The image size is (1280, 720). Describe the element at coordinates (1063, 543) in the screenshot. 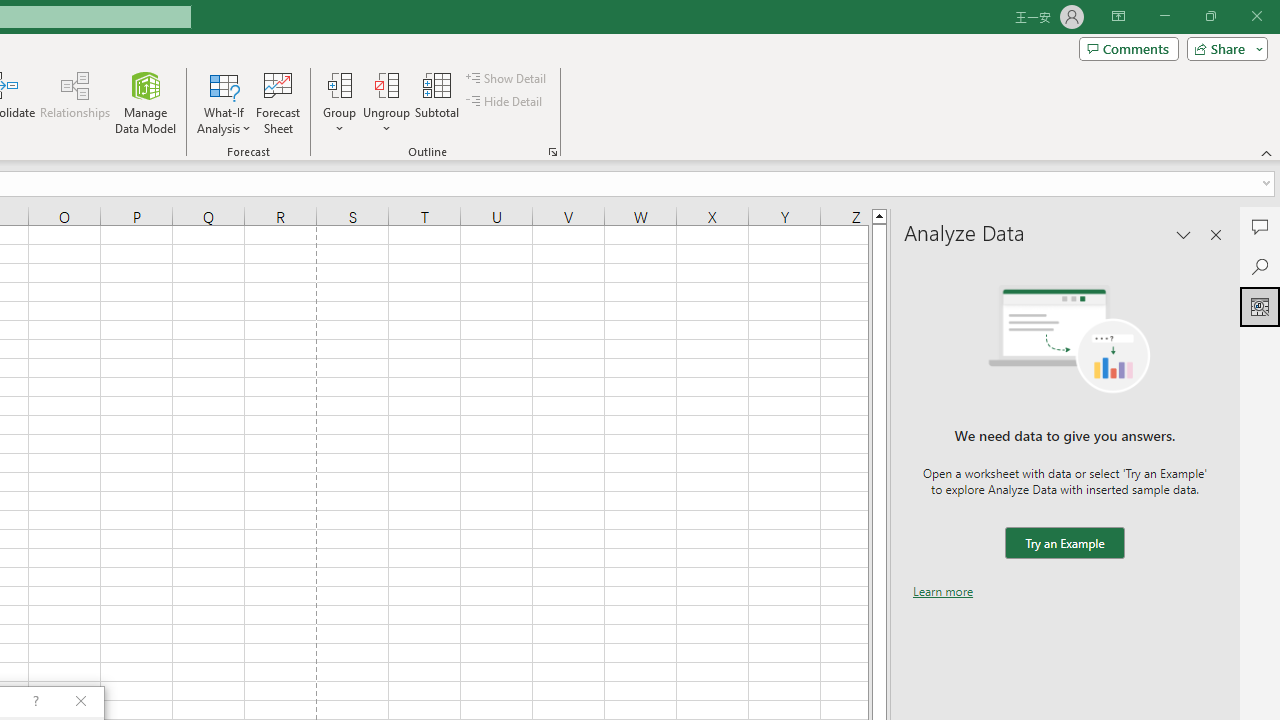

I see `'We need data to give you answers. Try an Example'` at that location.